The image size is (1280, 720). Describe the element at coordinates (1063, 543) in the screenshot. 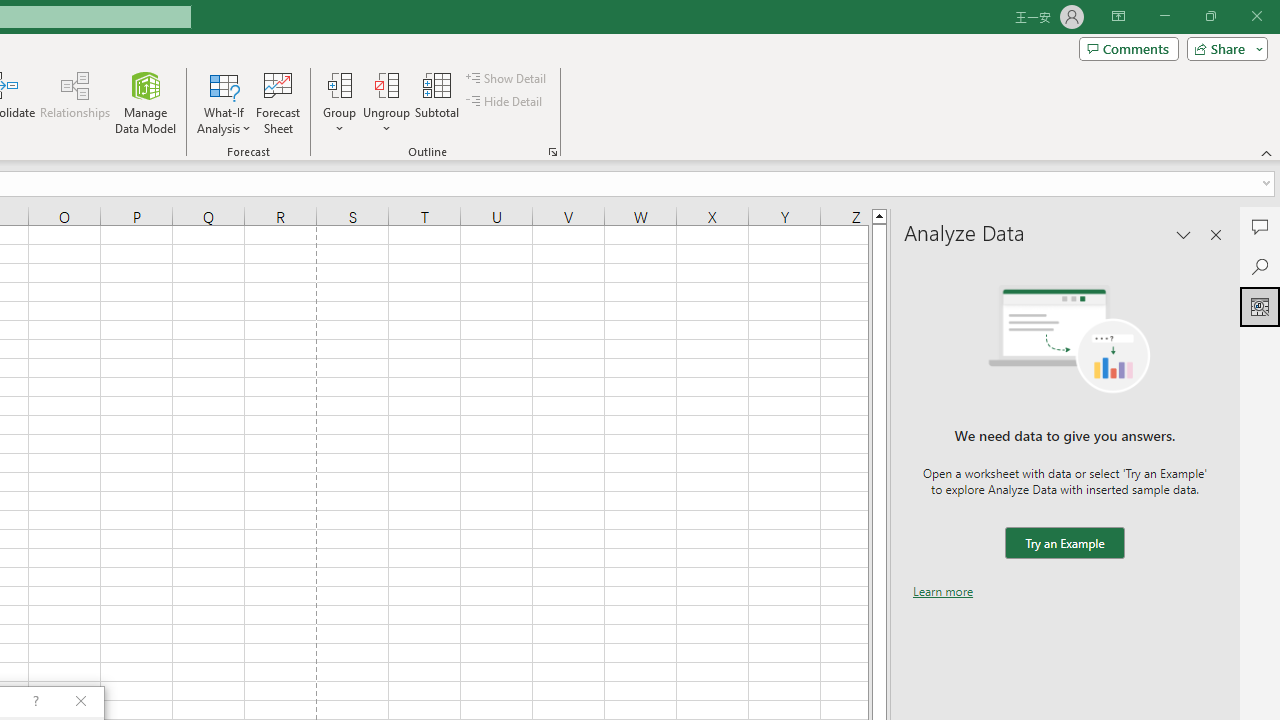

I see `'We need data to give you answers. Try an Example'` at that location.